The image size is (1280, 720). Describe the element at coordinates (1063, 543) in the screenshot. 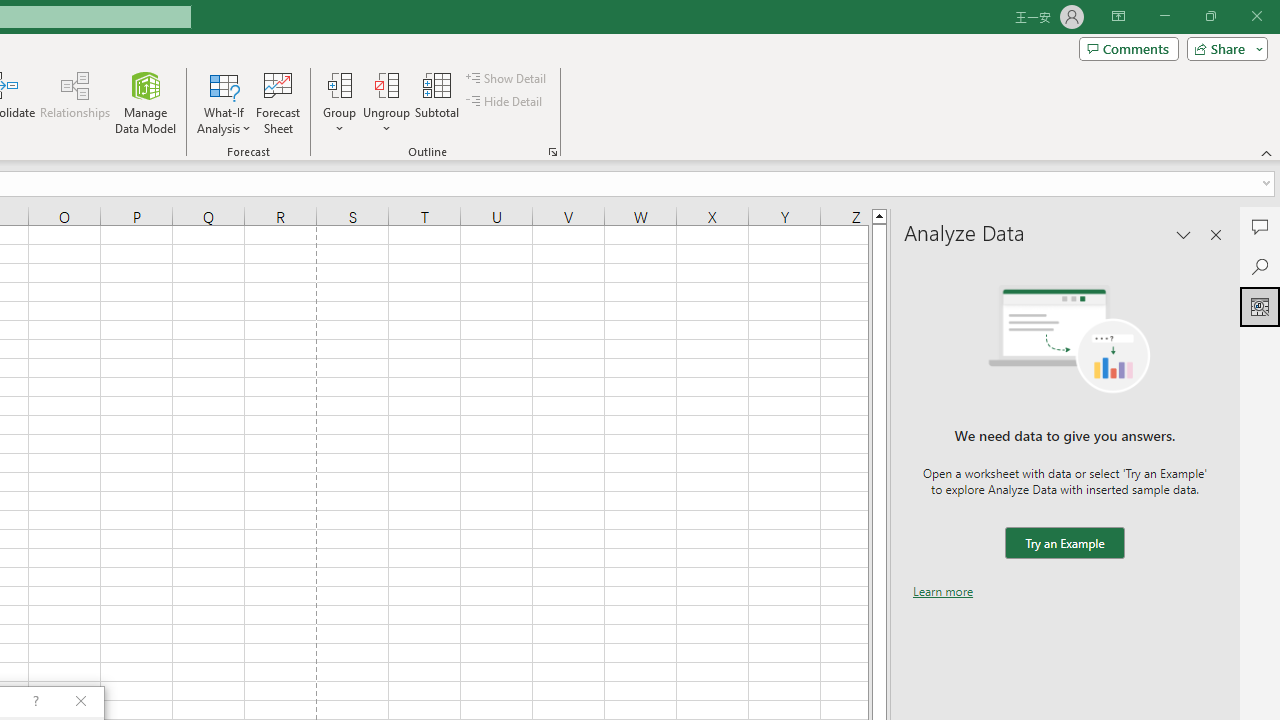

I see `'We need data to give you answers. Try an Example'` at that location.